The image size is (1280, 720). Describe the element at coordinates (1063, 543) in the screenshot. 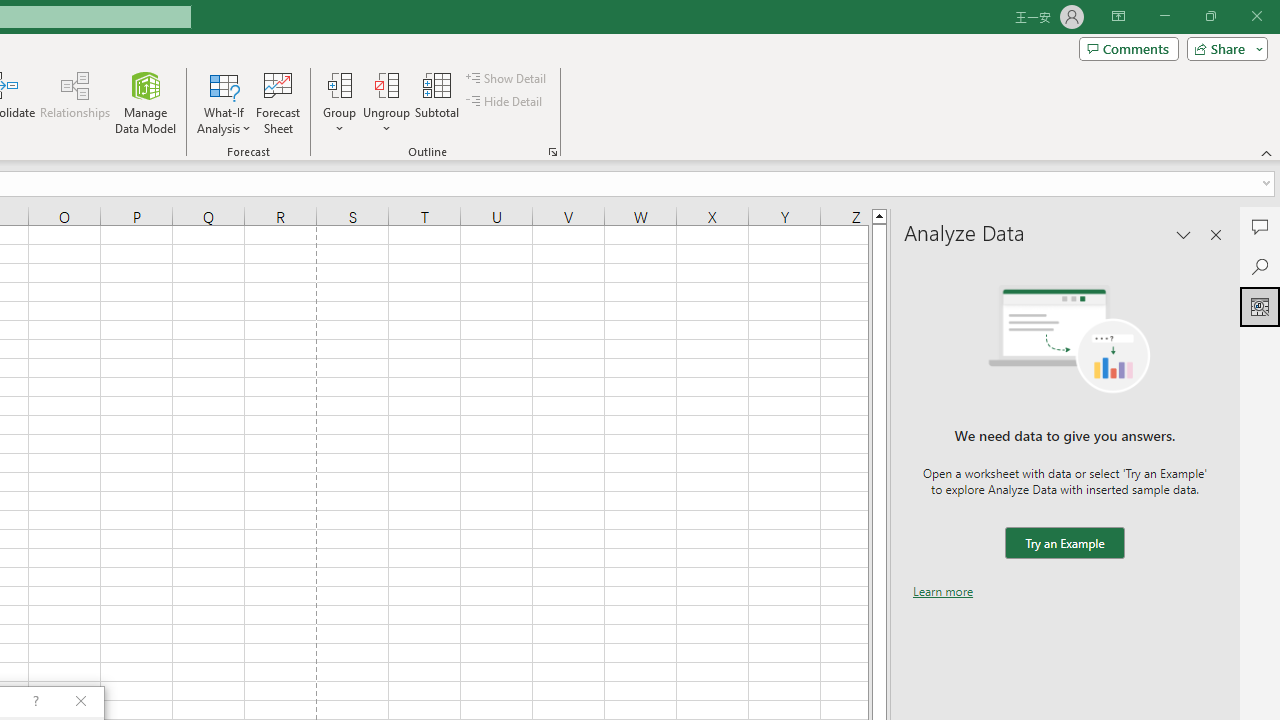

I see `'We need data to give you answers. Try an Example'` at that location.